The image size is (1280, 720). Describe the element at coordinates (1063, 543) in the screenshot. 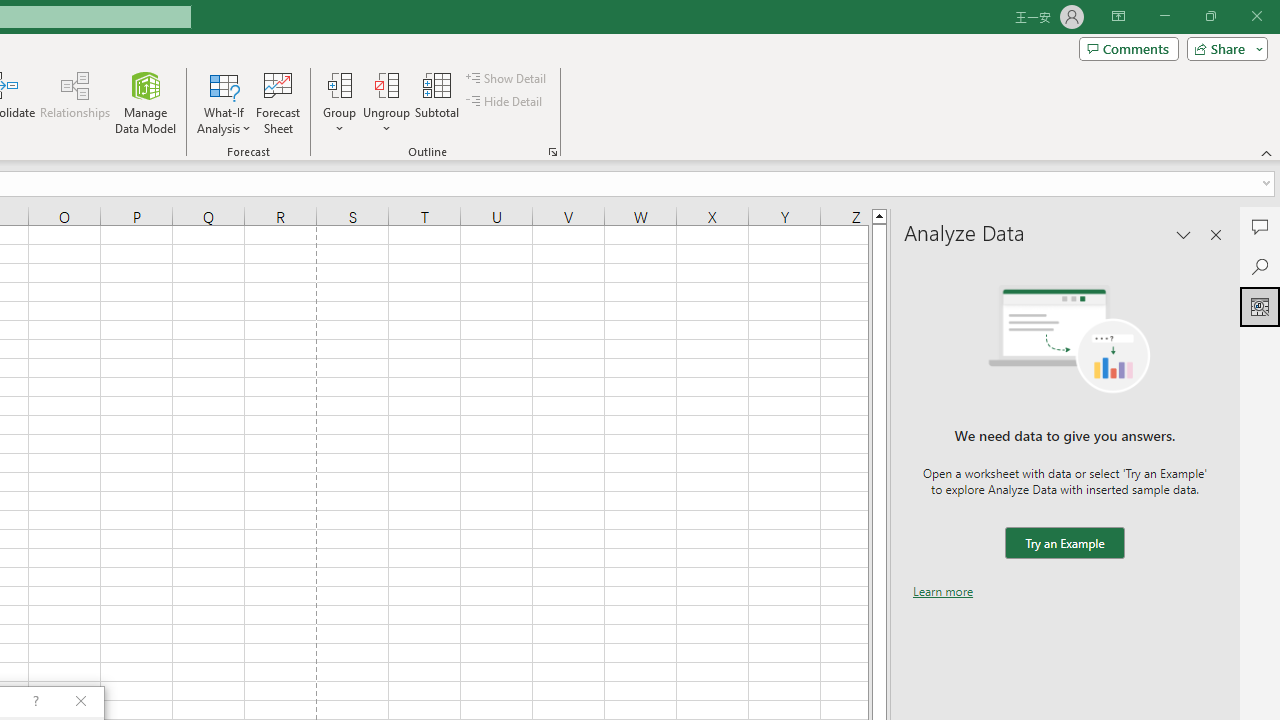

I see `'We need data to give you answers. Try an Example'` at that location.